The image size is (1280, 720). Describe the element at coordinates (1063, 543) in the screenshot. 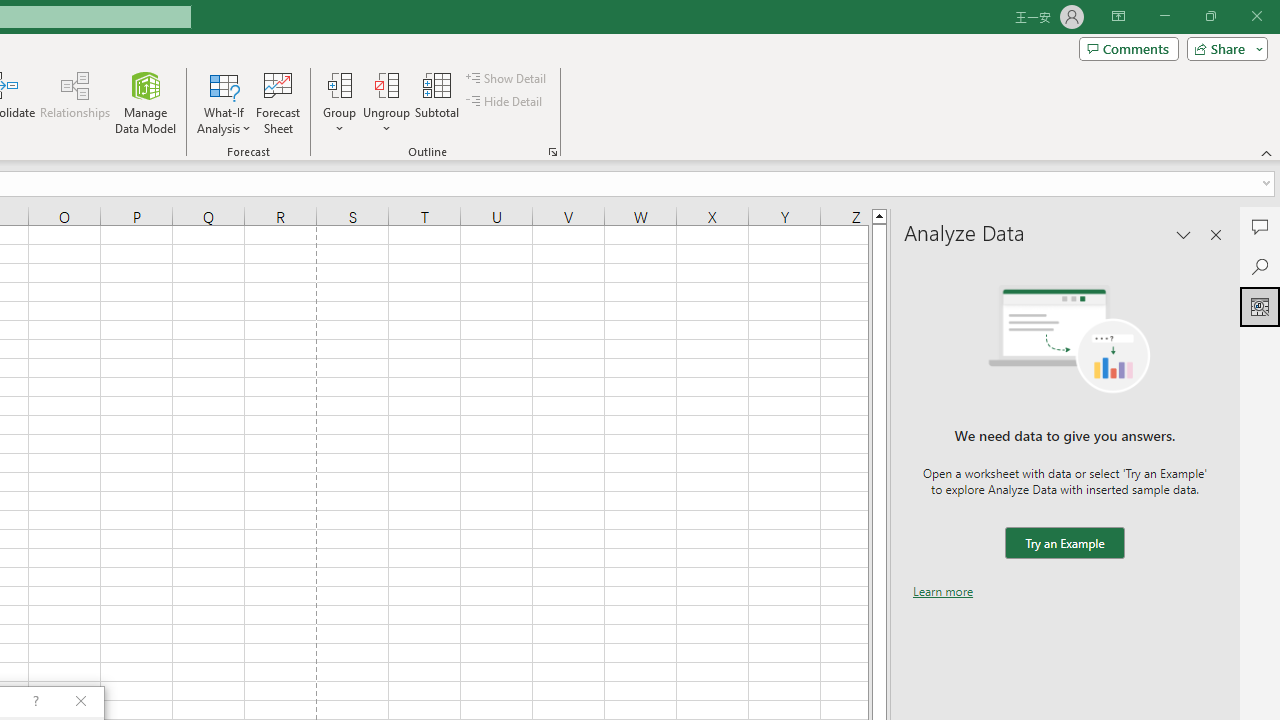

I see `'We need data to give you answers. Try an Example'` at that location.